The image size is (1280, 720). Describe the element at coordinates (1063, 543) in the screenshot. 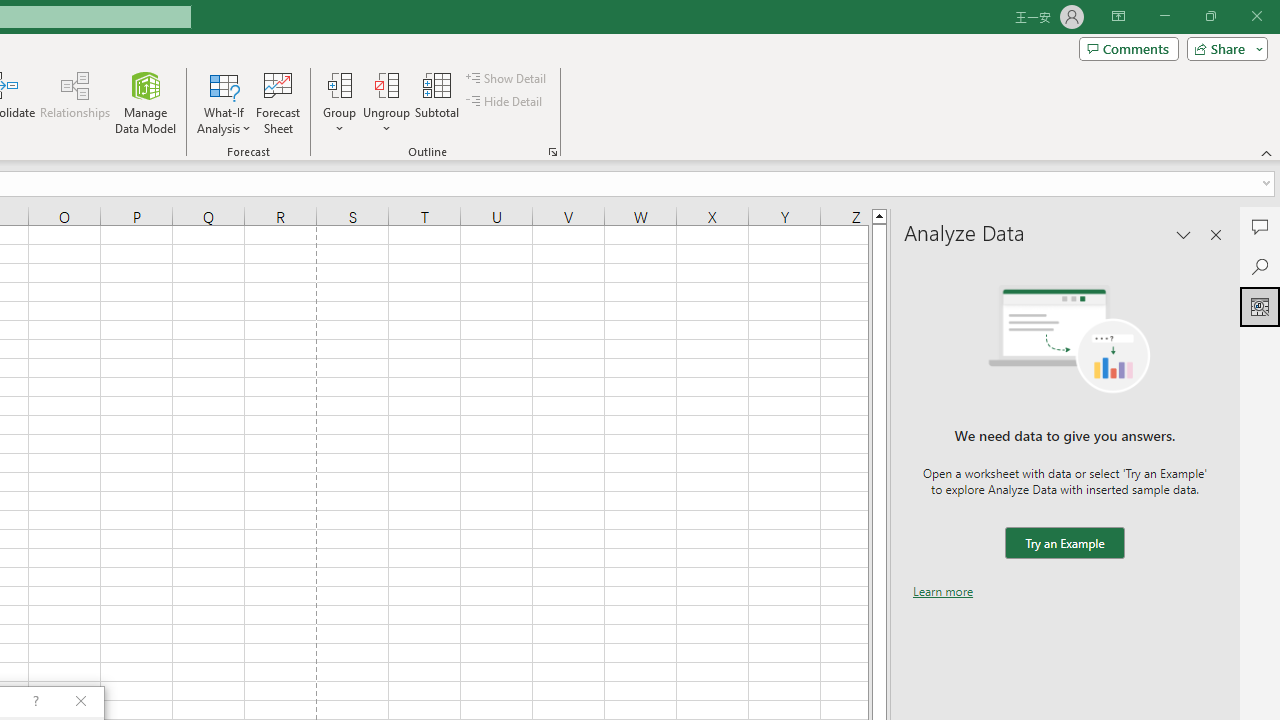

I see `'We need data to give you answers. Try an Example'` at that location.